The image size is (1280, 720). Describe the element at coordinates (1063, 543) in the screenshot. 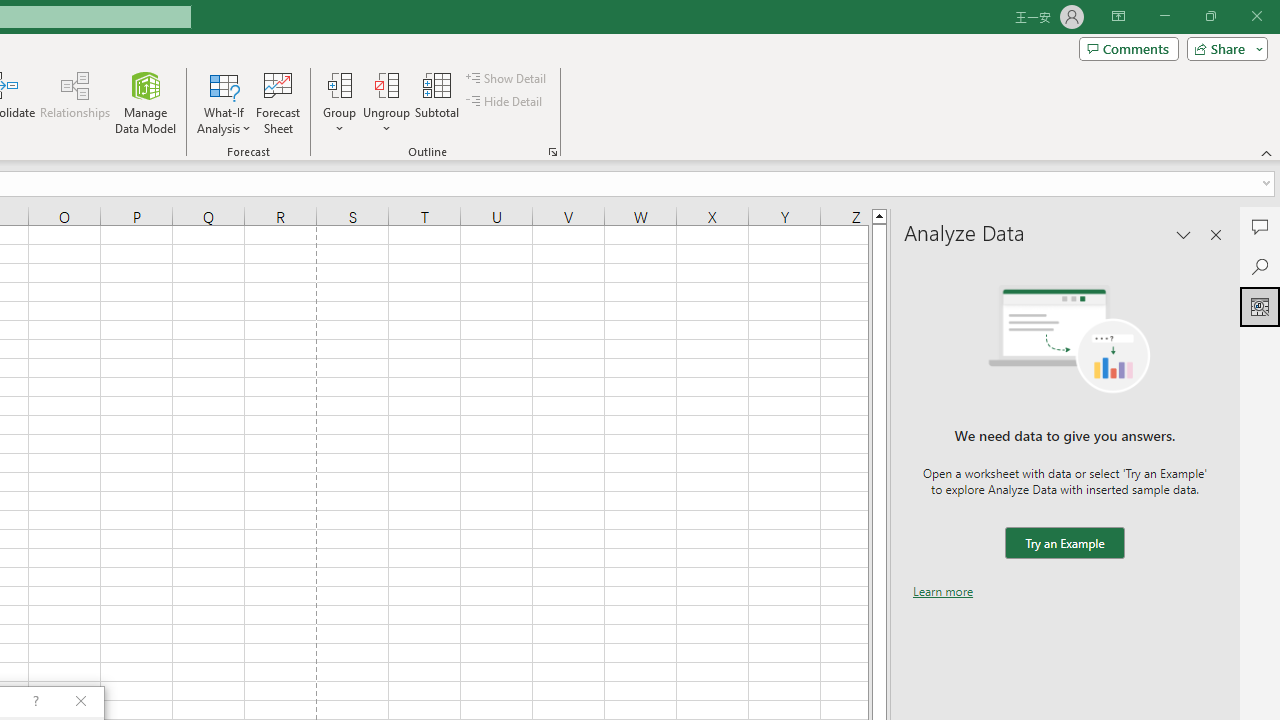

I see `'We need data to give you answers. Try an Example'` at that location.